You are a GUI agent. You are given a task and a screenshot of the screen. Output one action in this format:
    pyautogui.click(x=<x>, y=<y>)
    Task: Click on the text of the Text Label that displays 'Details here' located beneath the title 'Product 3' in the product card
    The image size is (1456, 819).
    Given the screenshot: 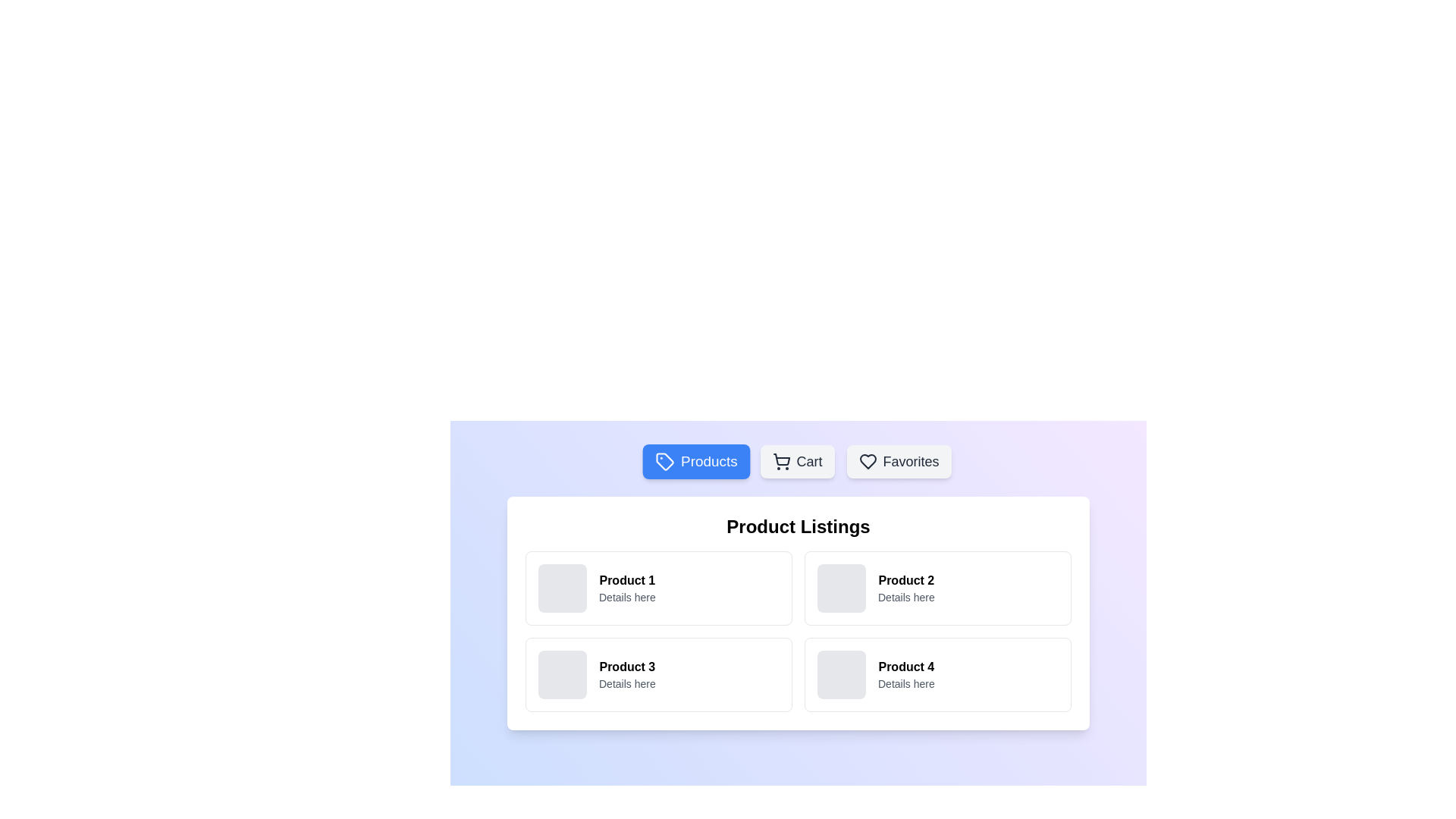 What is the action you would take?
    pyautogui.click(x=627, y=684)
    